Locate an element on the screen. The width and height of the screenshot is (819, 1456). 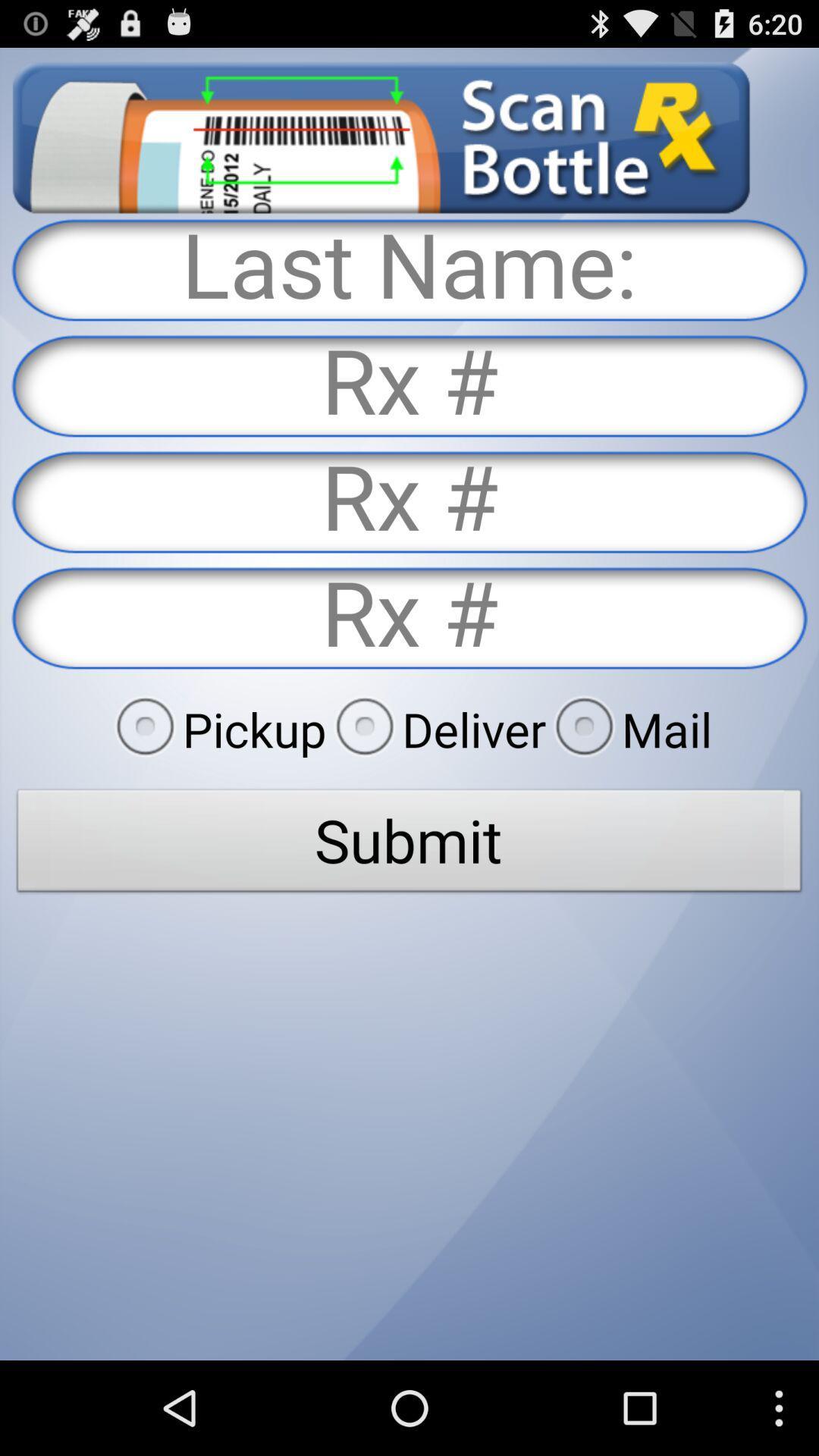
the radio button next to the deliver is located at coordinates (216, 729).